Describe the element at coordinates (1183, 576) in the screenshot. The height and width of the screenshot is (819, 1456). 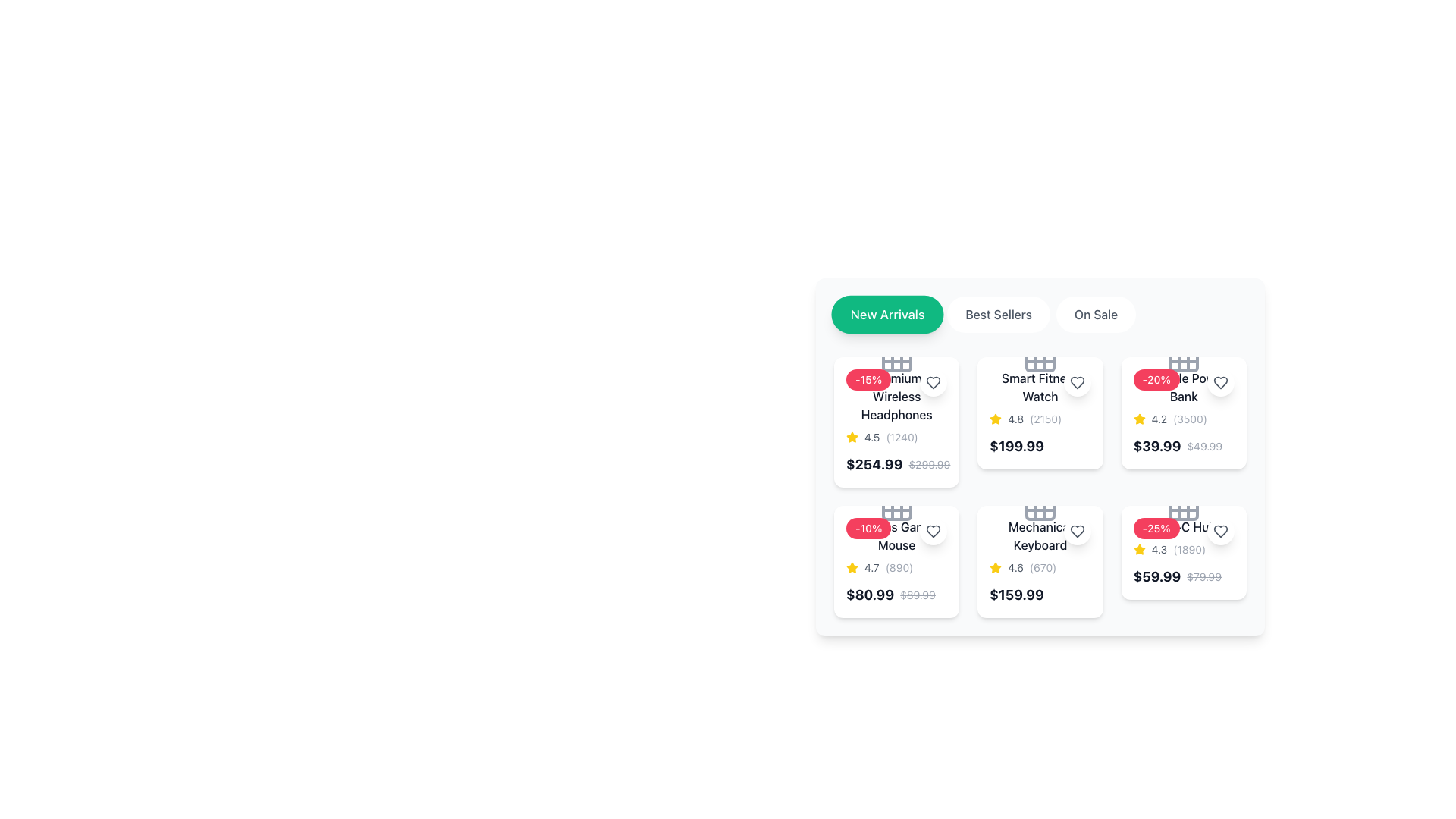
I see `the Text display showing the current and original price in the last product card of the 'On Sale' section located at the bottom-right corner` at that location.